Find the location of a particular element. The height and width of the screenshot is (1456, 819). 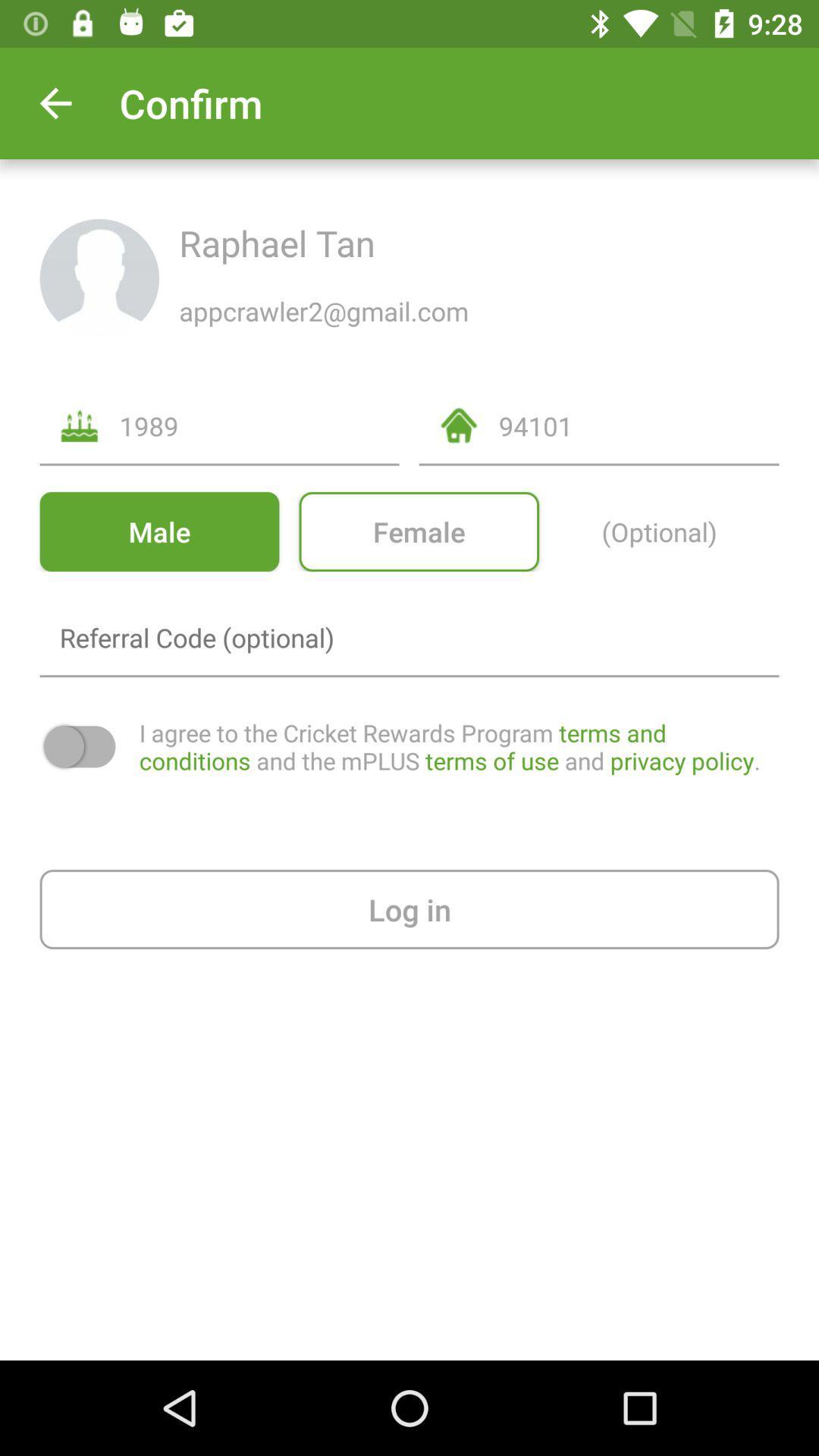

item to the left of the (optional) item is located at coordinates (419, 532).